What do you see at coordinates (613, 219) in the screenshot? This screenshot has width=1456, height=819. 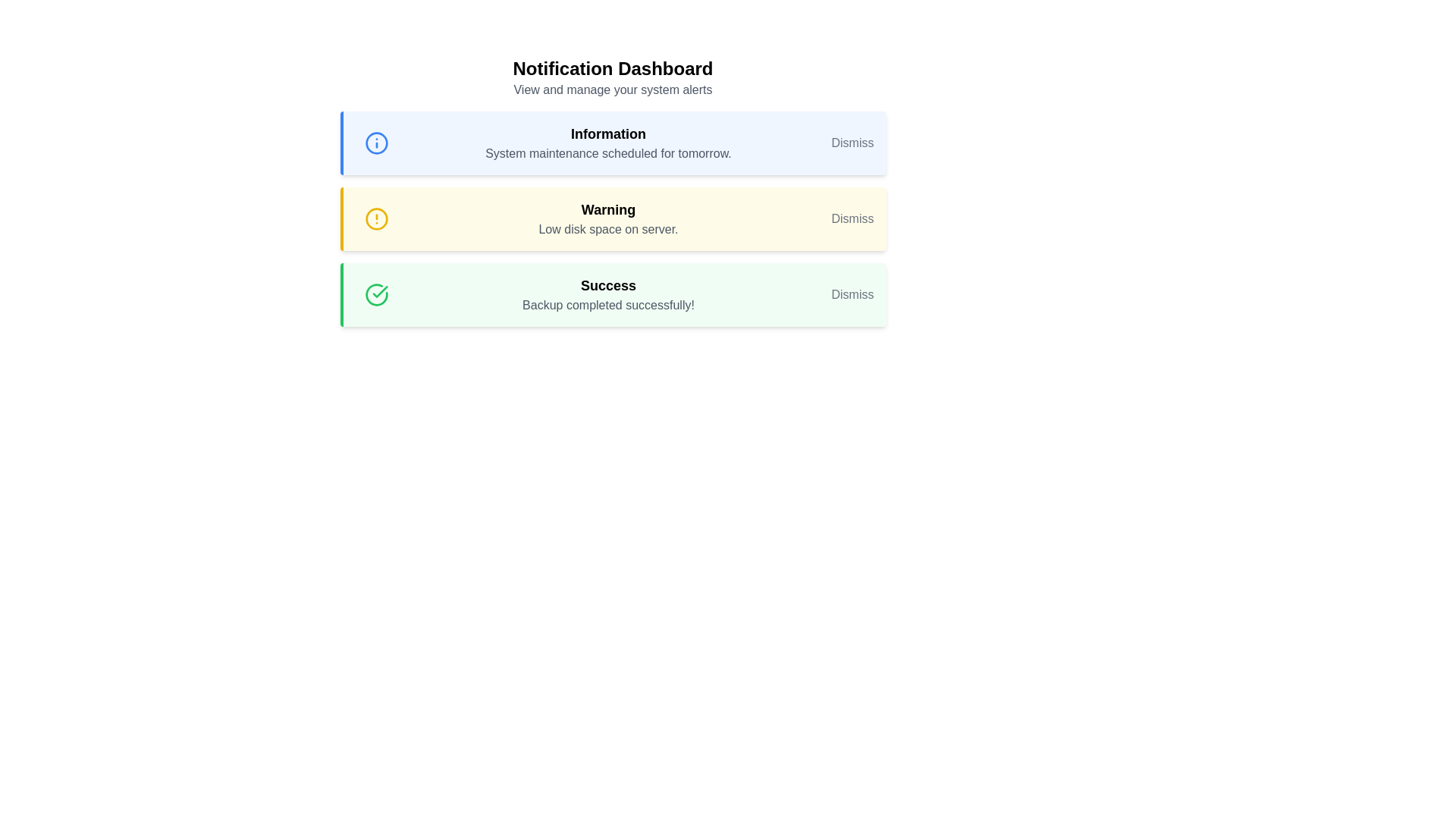 I see `warning message displayed on the Notification card about low disk space, which is the second notification in the vertical list on the Notification Dashboard` at bounding box center [613, 219].